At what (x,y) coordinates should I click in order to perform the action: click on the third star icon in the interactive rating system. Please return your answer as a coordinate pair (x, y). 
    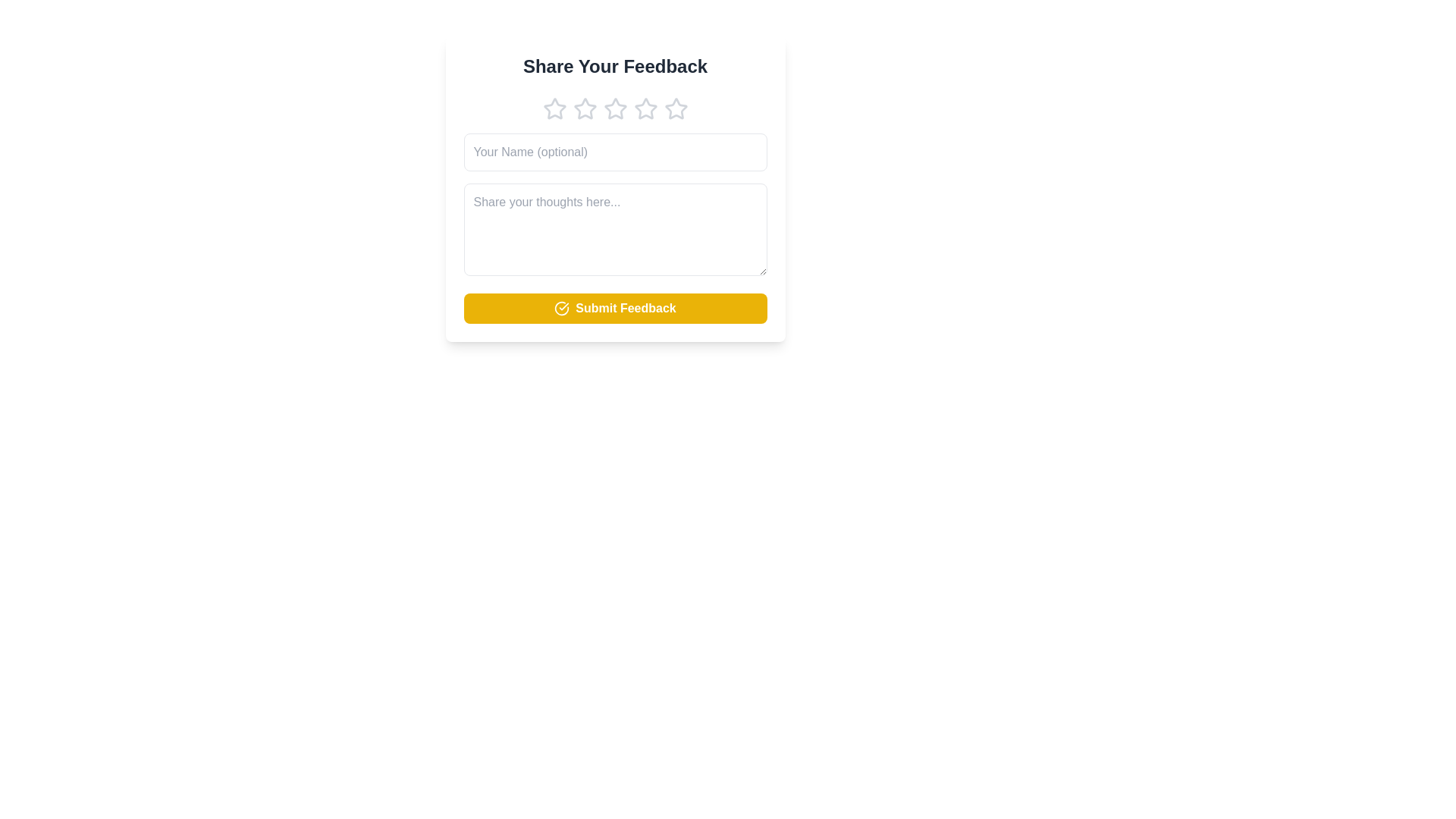
    Looking at the image, I should click on (615, 108).